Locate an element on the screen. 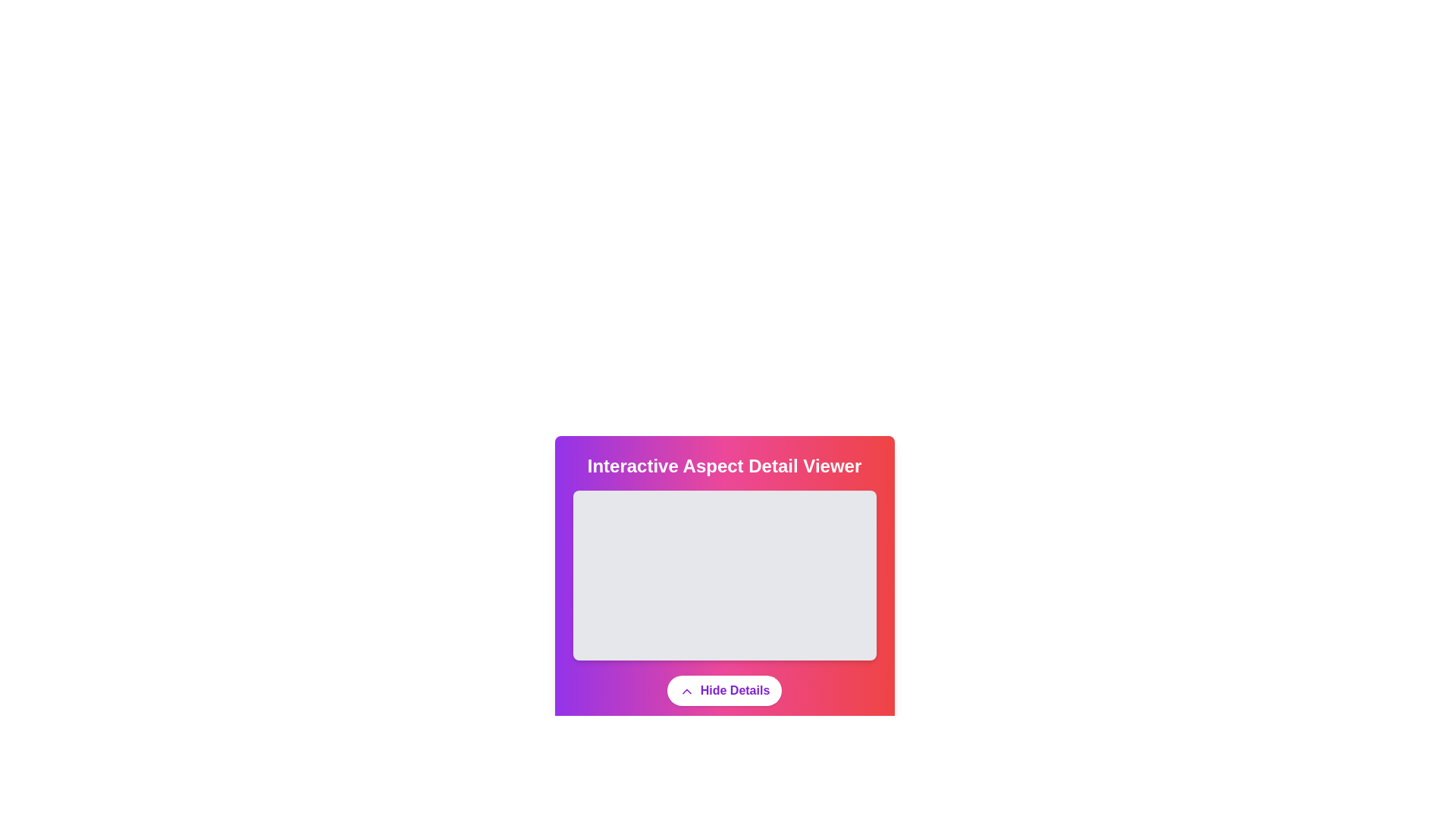 The image size is (1456, 819). the small purple chevron-shaped SVG icon pointing upwards located to the left of the 'Hide Details' button label text is located at coordinates (686, 691).